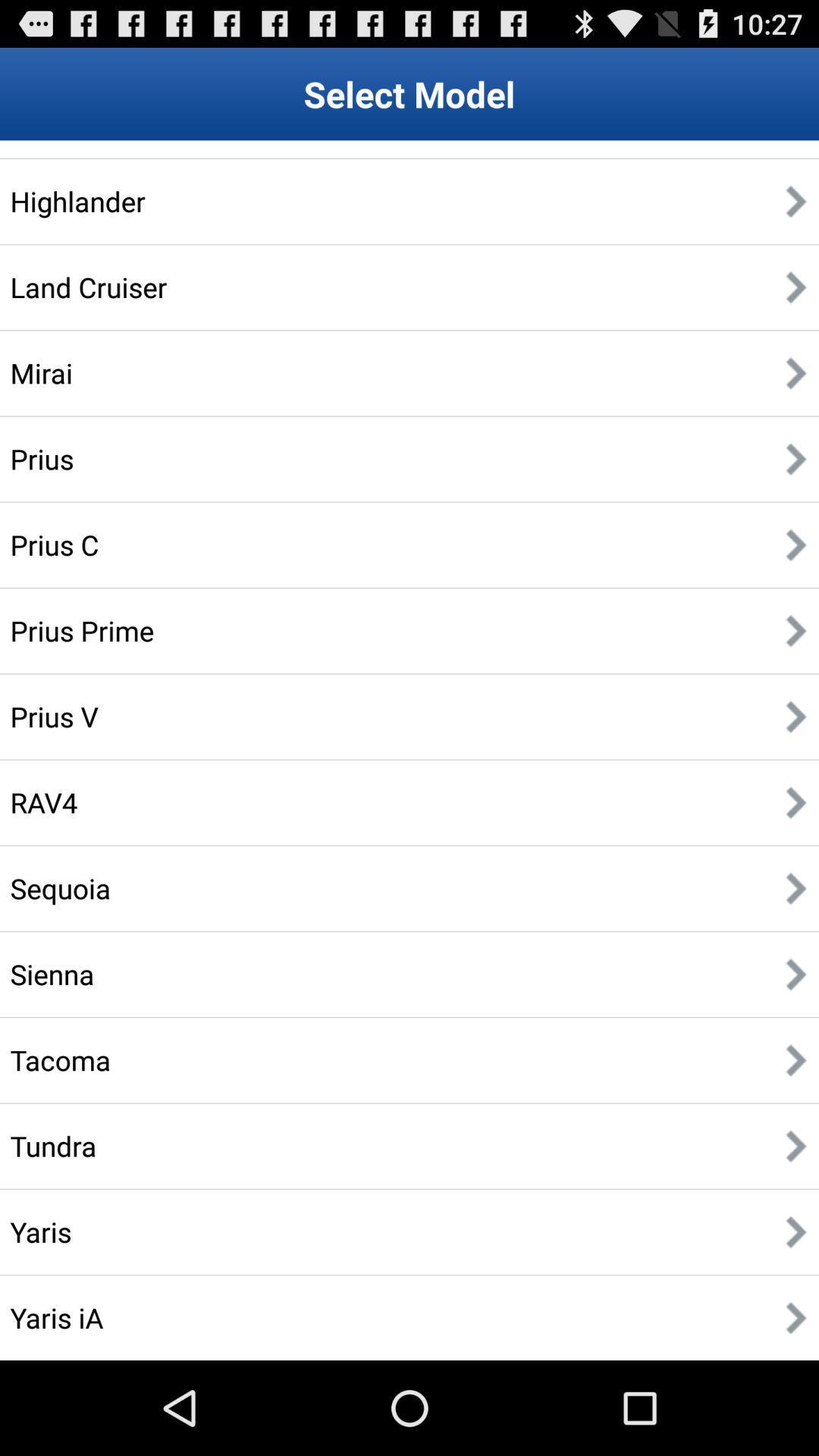  What do you see at coordinates (43, 802) in the screenshot?
I see `the app above the sequoia icon` at bounding box center [43, 802].